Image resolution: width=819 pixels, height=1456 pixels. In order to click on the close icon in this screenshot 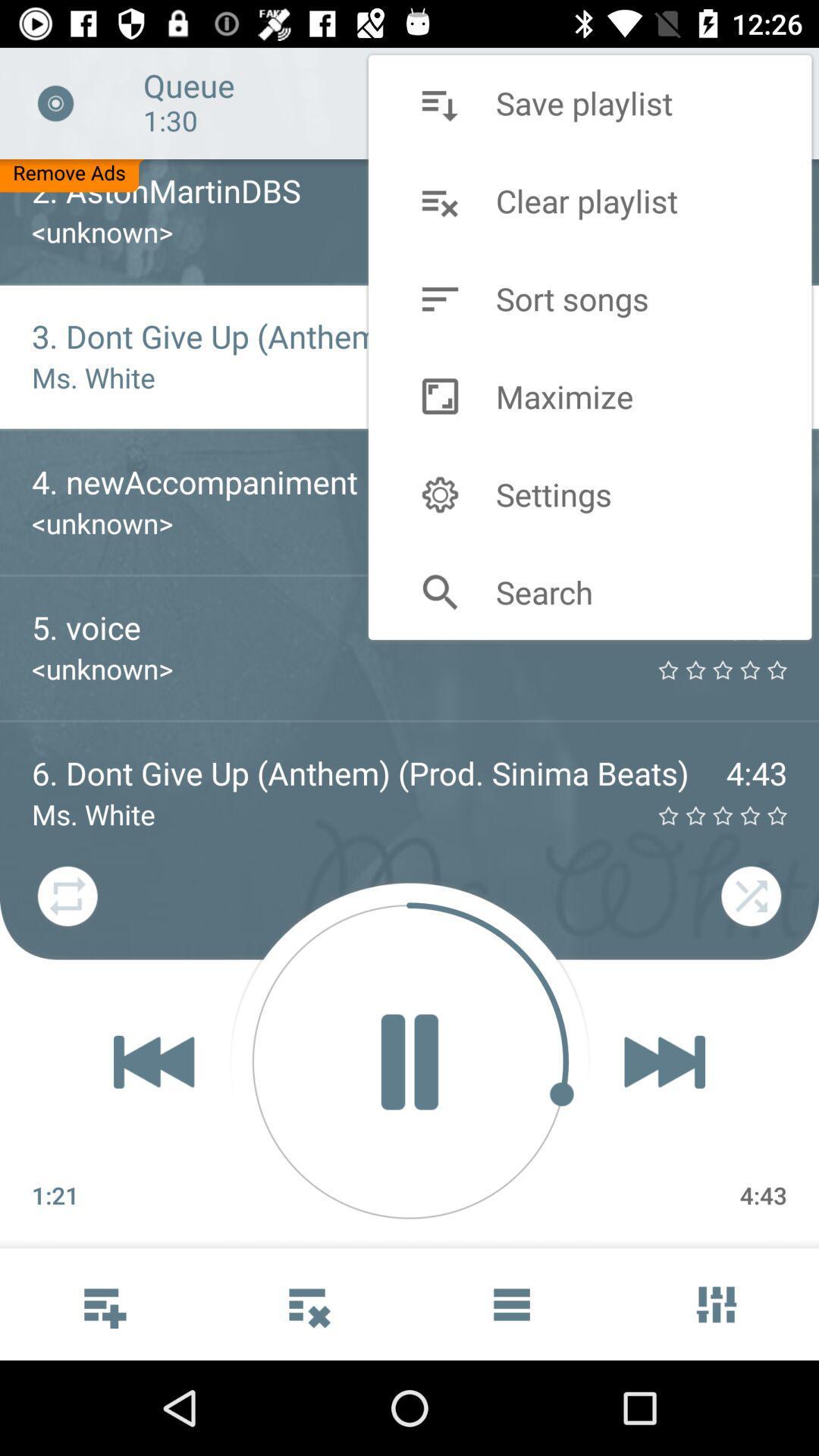, I will do `click(751, 899)`.